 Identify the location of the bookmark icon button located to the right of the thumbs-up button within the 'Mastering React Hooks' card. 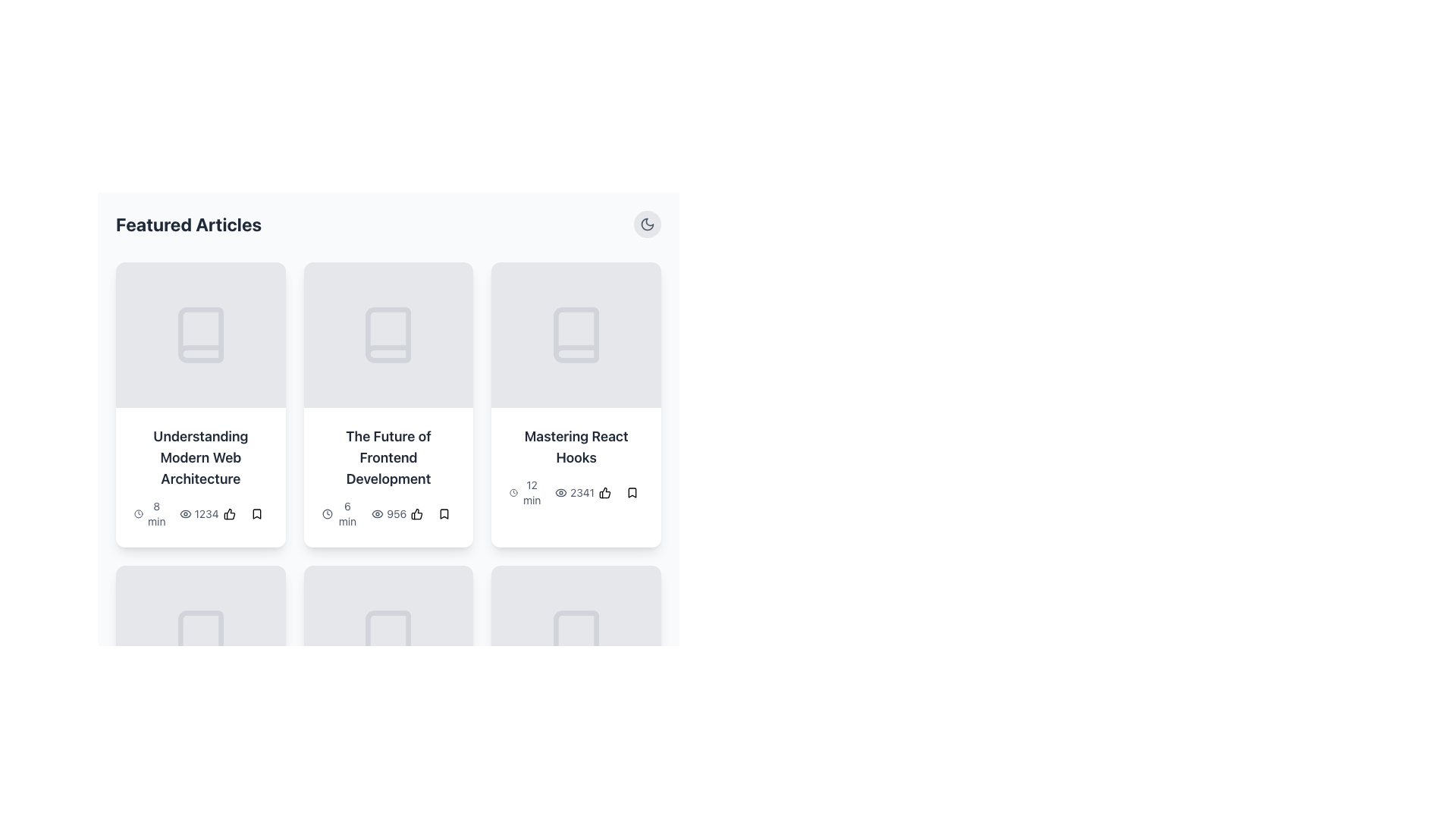
(632, 493).